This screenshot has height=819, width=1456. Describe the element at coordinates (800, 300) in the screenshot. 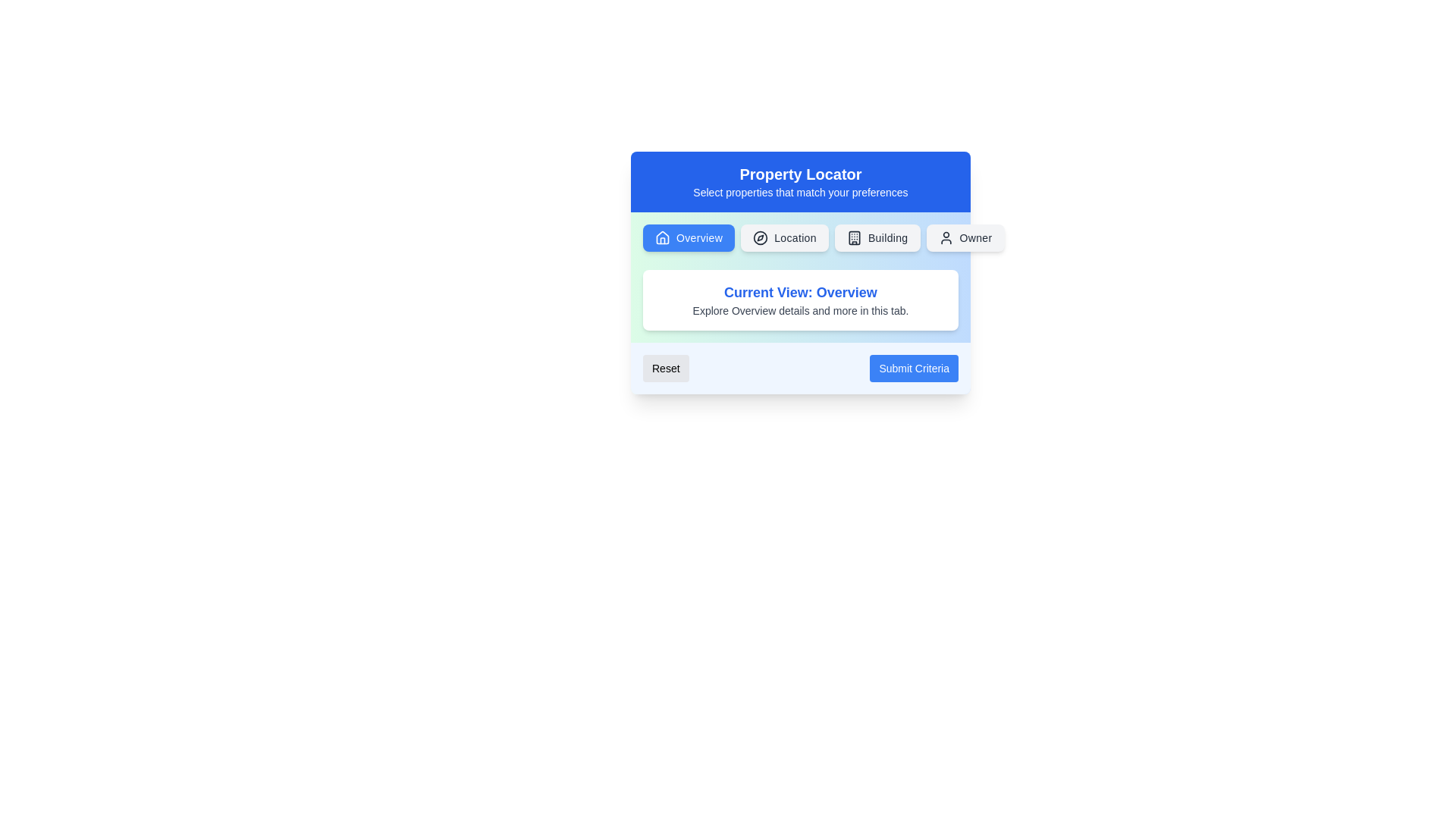

I see `information displayed on the Informational Card with the bold blue text 'Current View: Overview' and the smaller gray text 'Explore Overview details and more in this tab.'` at that location.